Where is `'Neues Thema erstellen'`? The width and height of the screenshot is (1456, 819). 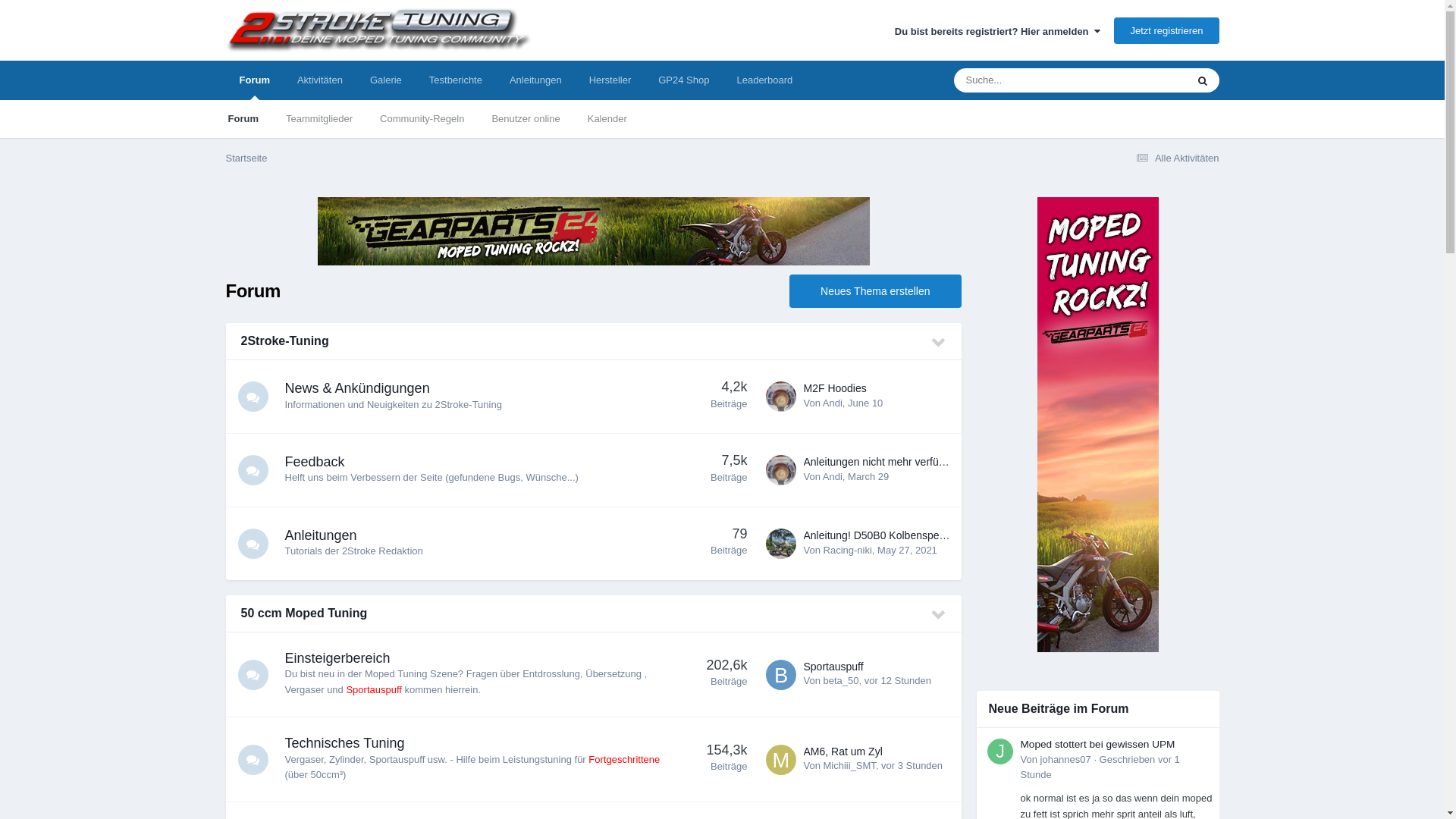
'Neues Thema erstellen' is located at coordinates (789, 291).